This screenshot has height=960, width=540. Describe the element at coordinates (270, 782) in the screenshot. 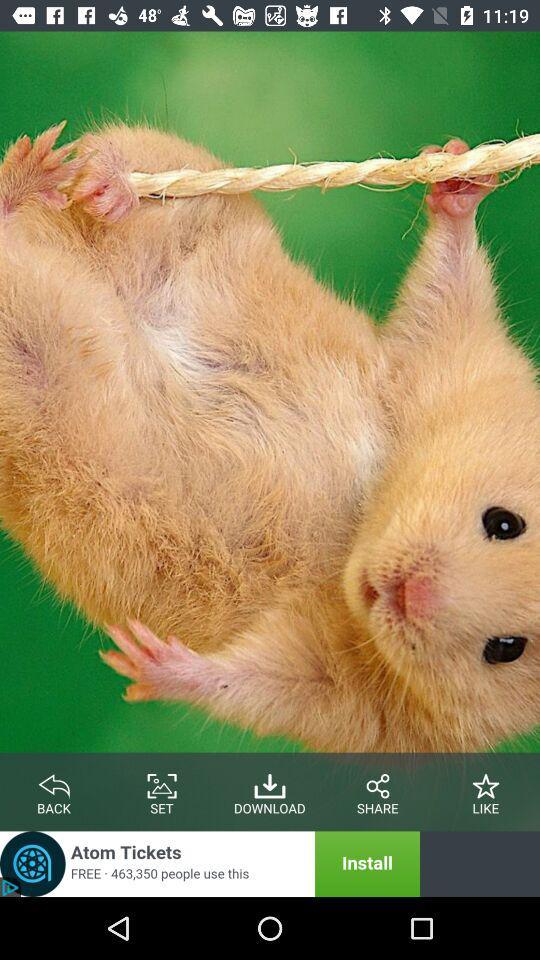

I see `download` at that location.